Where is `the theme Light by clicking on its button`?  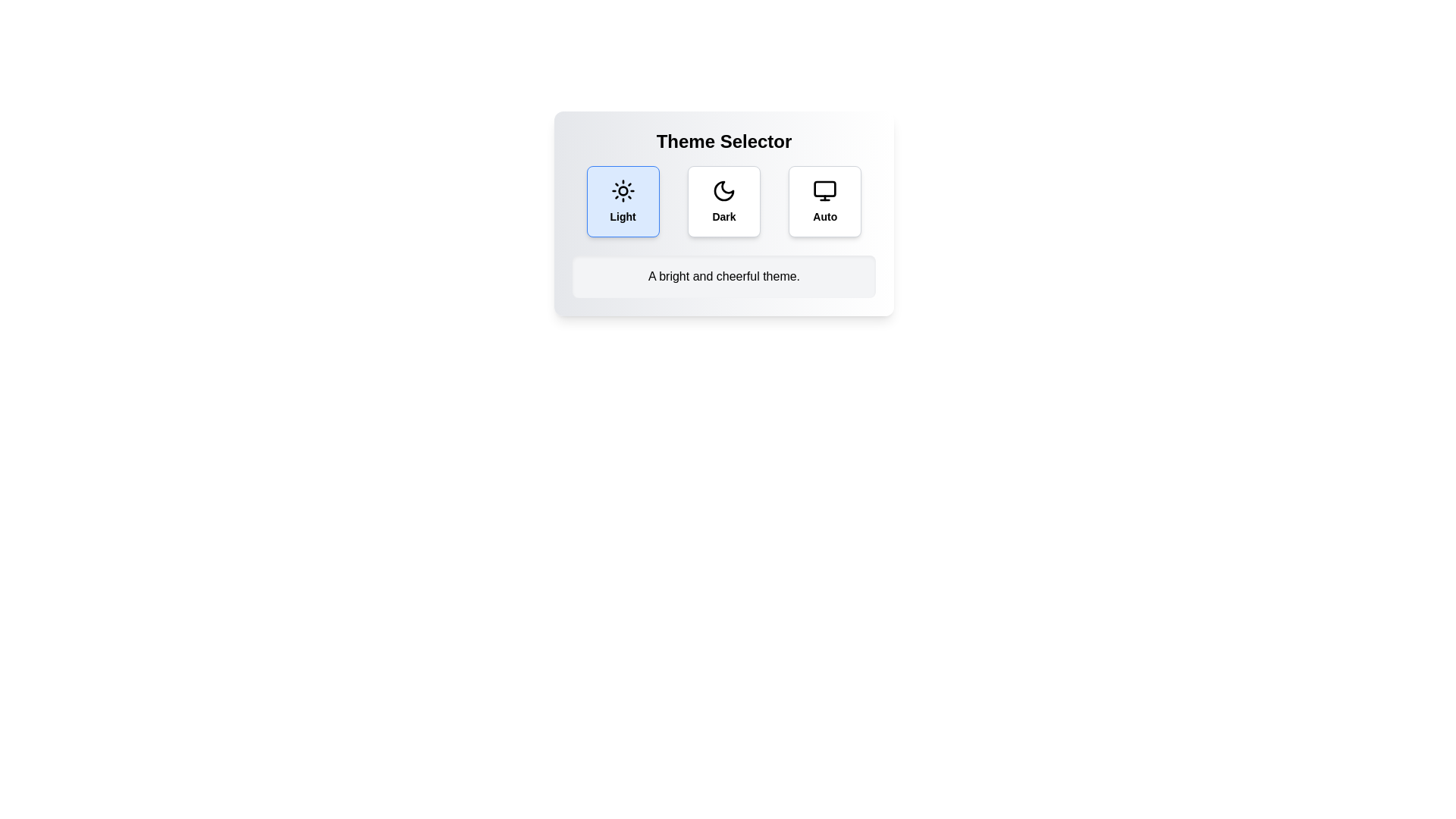 the theme Light by clicking on its button is located at coordinates (623, 201).